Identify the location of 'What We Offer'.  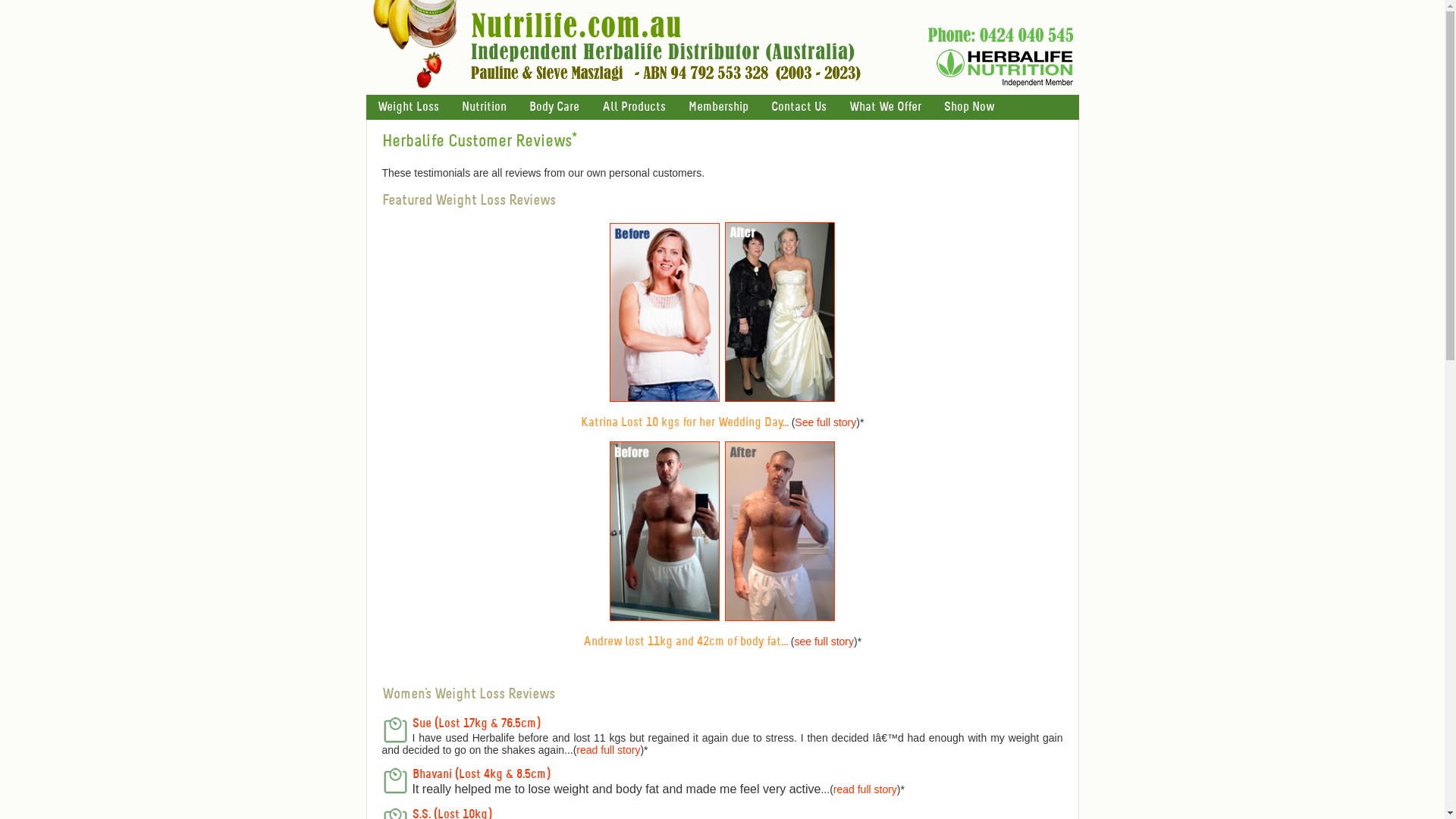
(884, 106).